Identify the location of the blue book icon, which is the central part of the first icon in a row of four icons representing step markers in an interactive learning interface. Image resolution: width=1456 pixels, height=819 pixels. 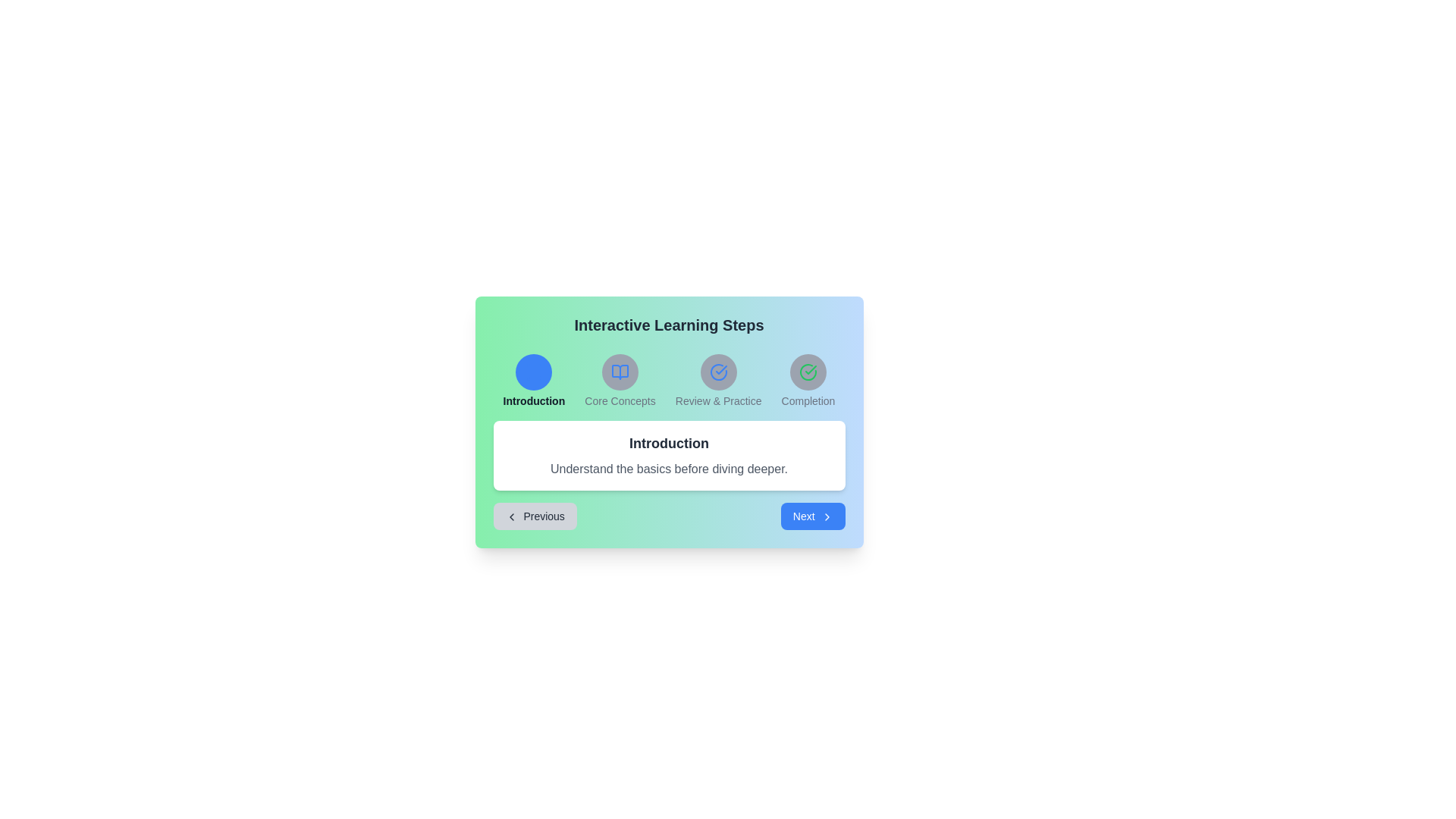
(534, 372).